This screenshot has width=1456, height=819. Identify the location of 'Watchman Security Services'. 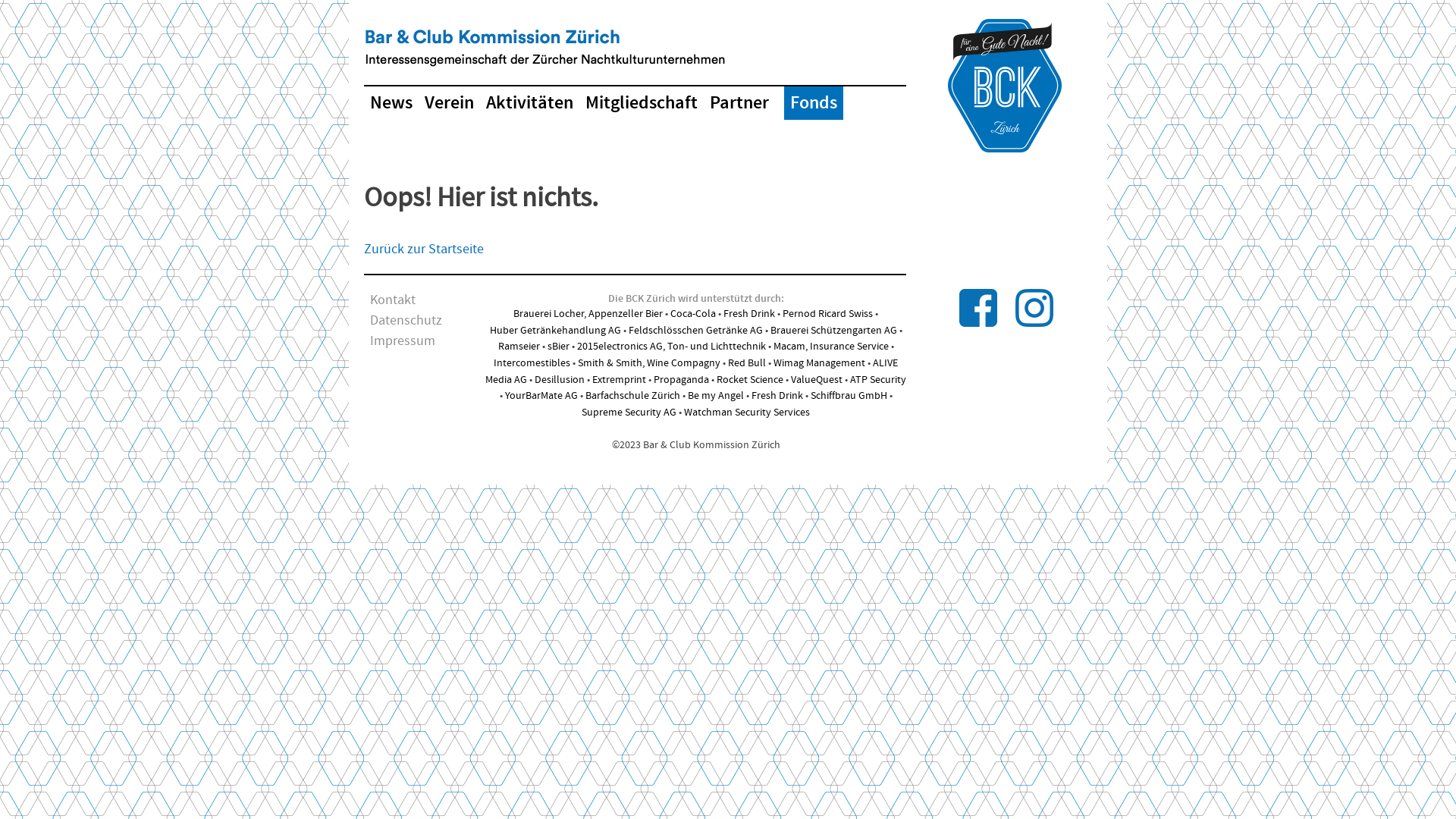
(746, 412).